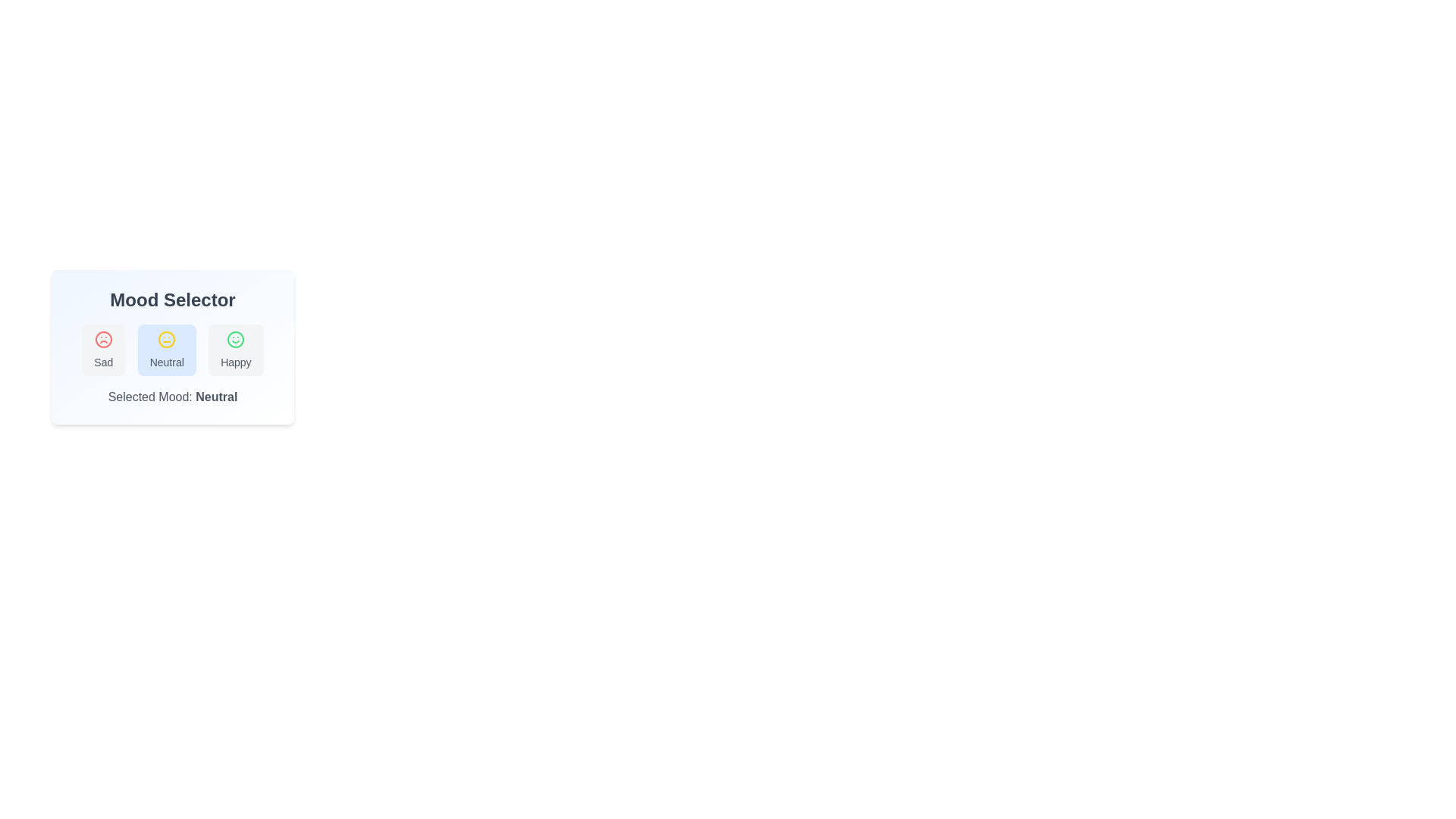 Image resolution: width=1456 pixels, height=819 pixels. Describe the element at coordinates (102, 350) in the screenshot. I see `the mood option Sad to select it` at that location.